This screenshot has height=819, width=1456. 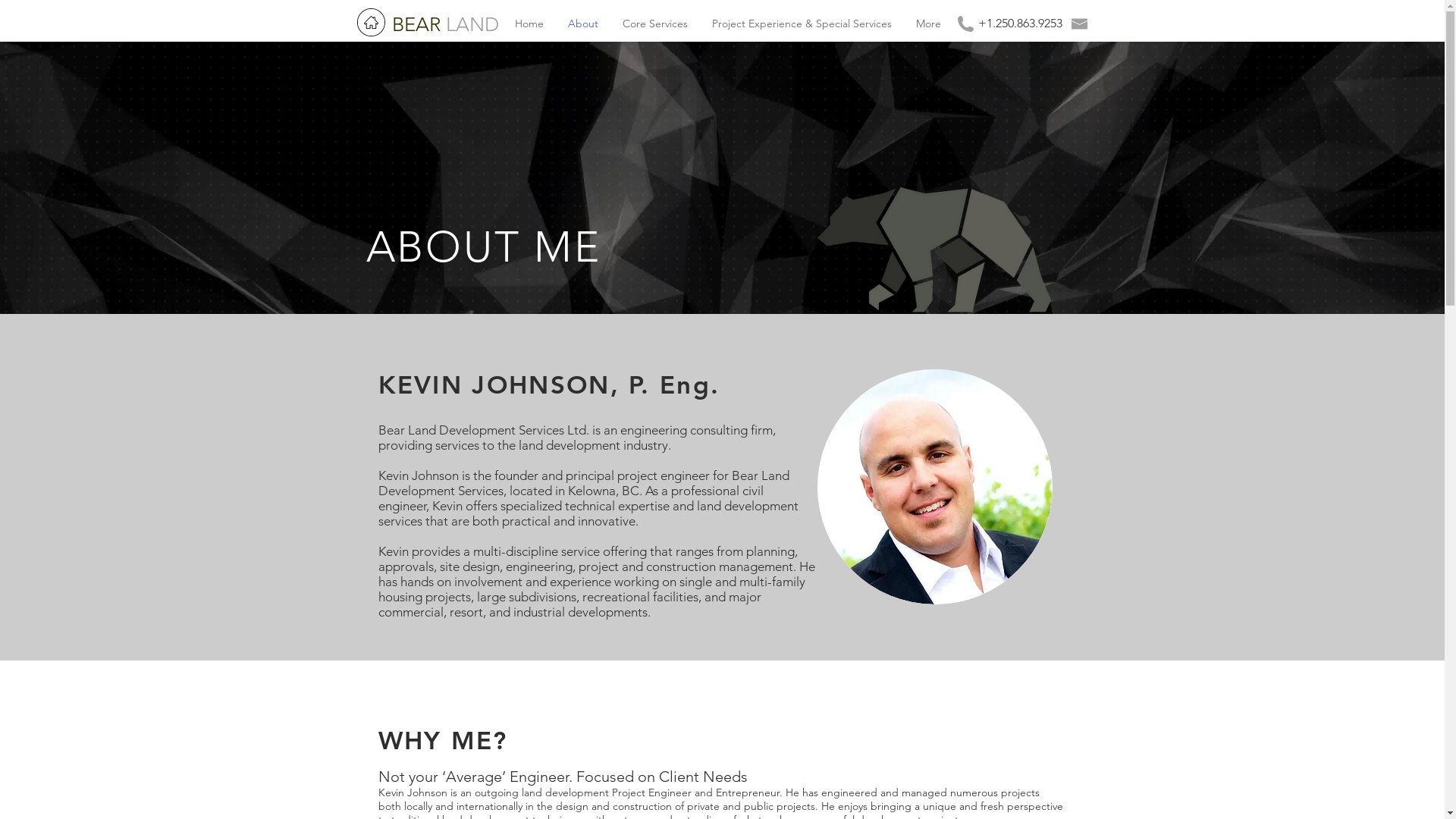 I want to click on 'Raaaaarrr!', so click(x=817, y=246).